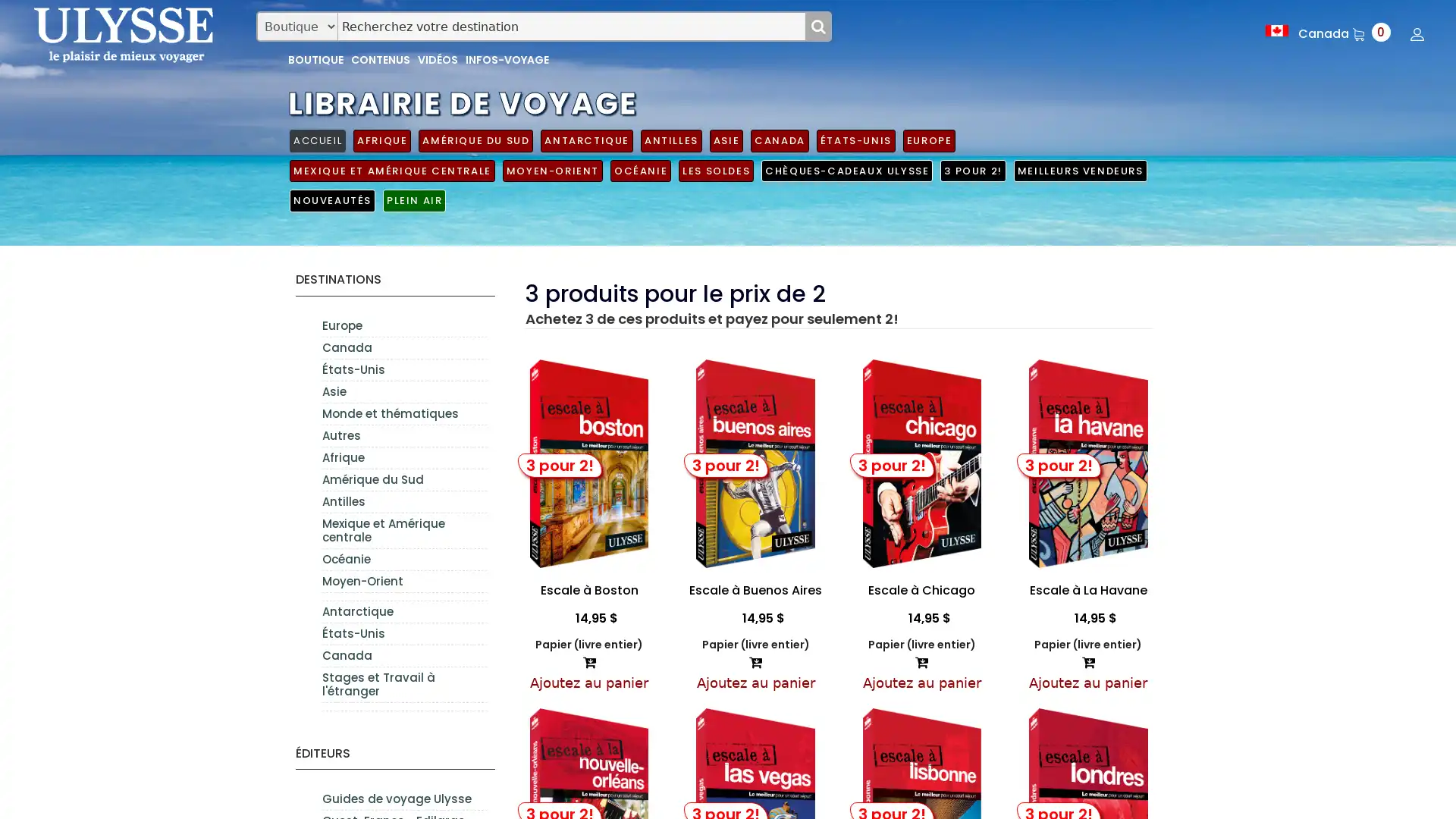 The image size is (1456, 819). Describe the element at coordinates (640, 170) in the screenshot. I see `OCEANIE` at that location.